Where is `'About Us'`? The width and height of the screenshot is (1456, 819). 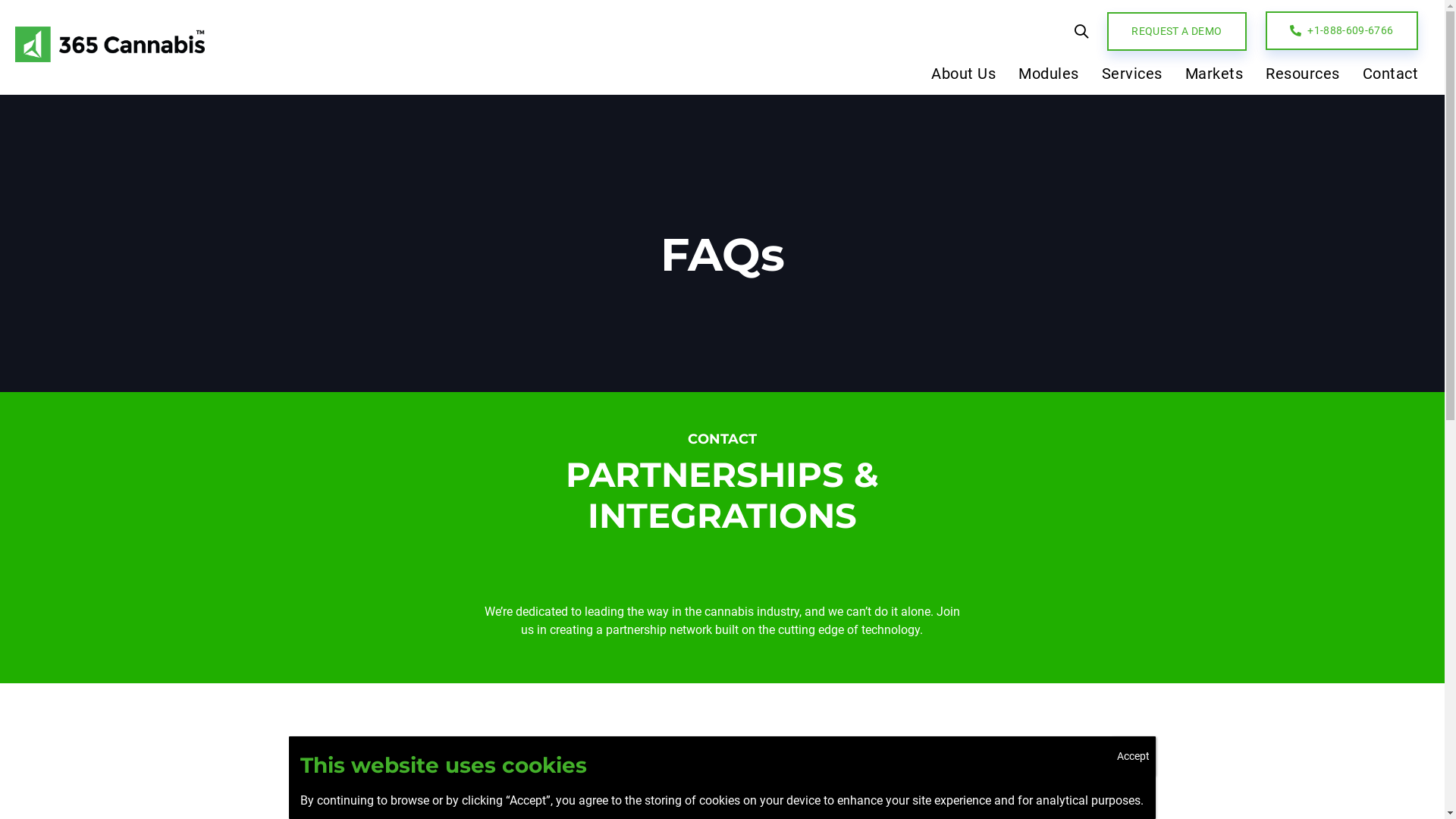 'About Us' is located at coordinates (919, 77).